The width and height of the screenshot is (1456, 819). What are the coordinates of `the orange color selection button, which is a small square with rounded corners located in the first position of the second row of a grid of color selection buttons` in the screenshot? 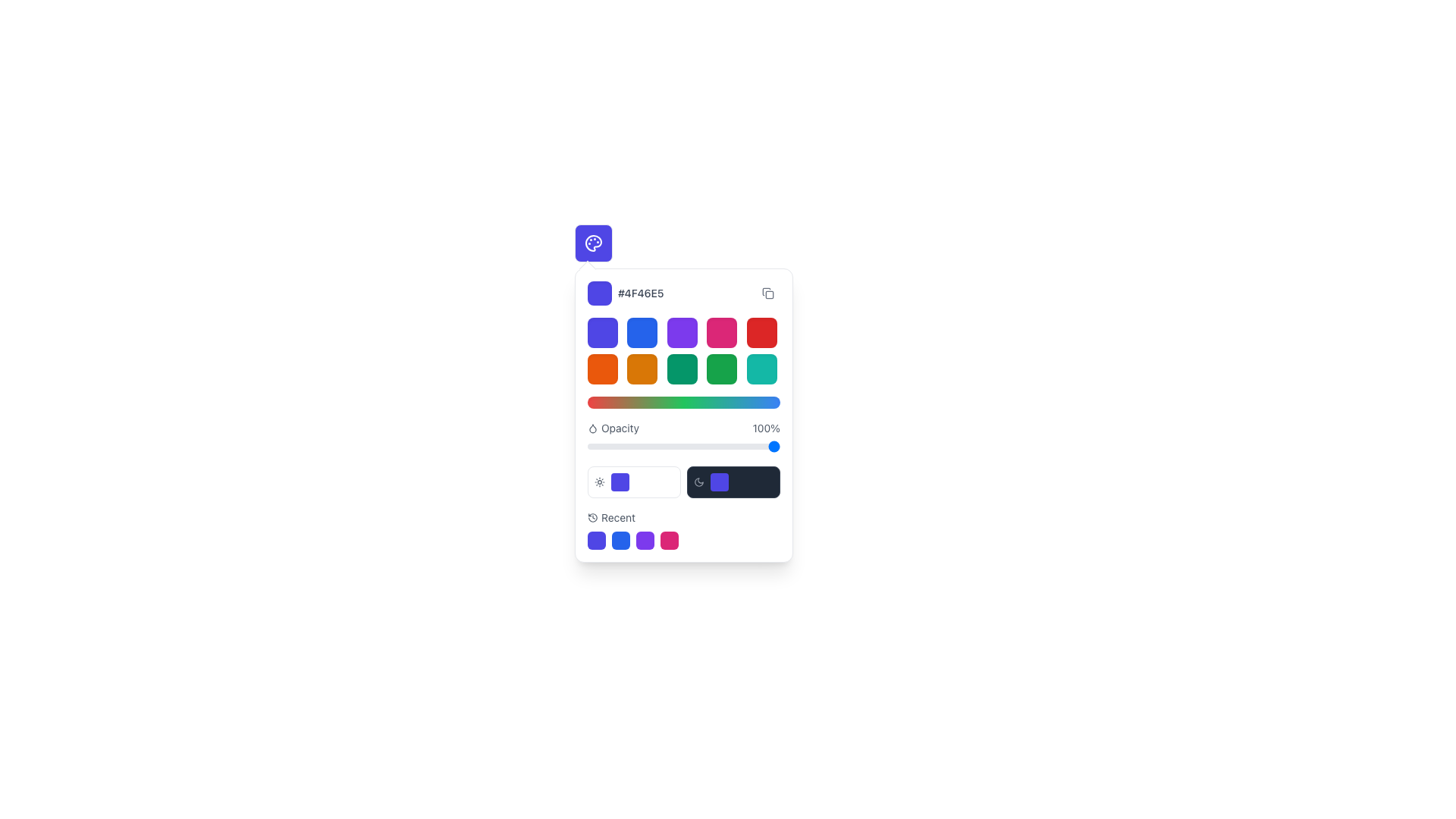 It's located at (602, 369).